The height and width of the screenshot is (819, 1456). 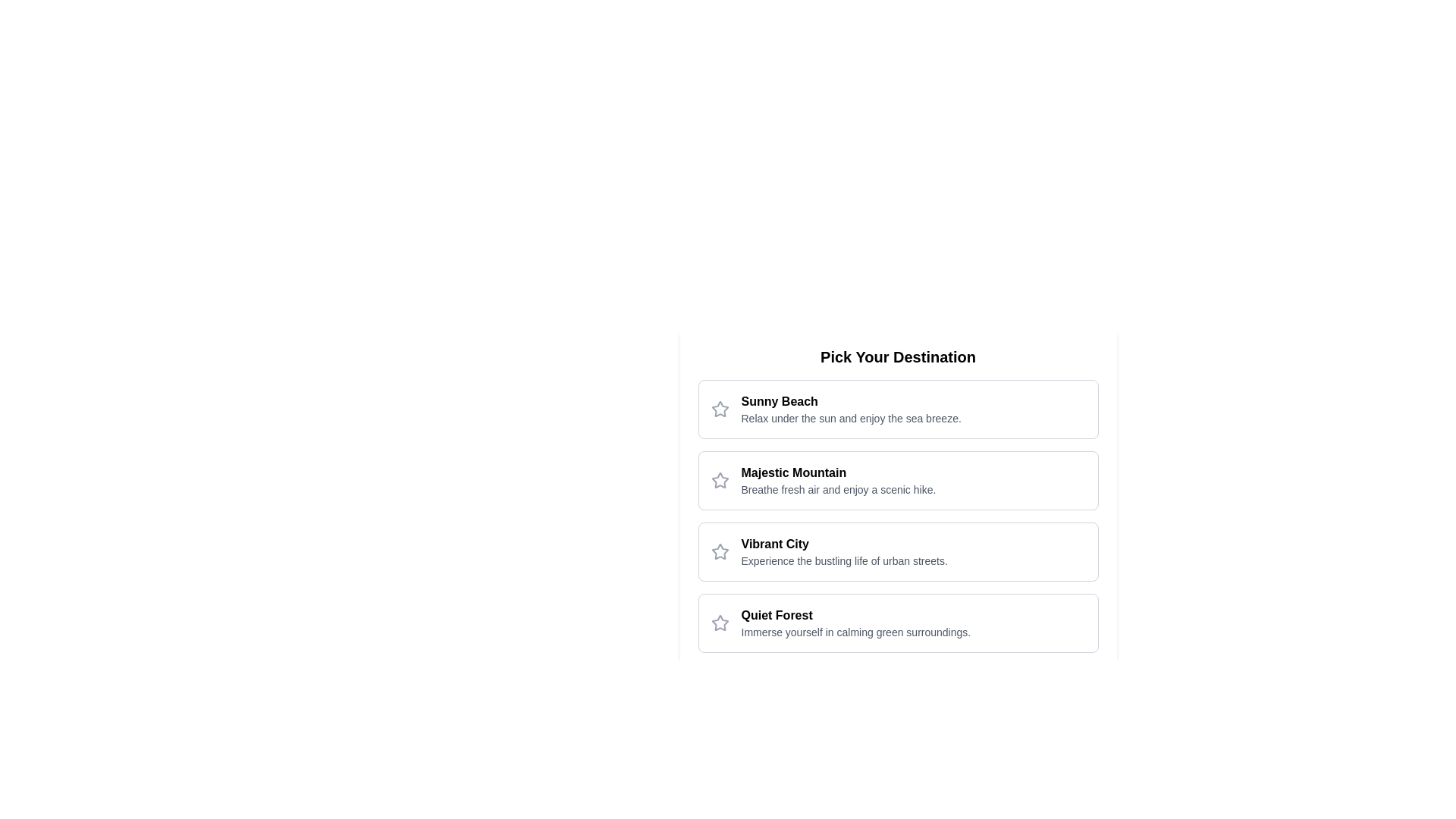 What do you see at coordinates (843, 552) in the screenshot?
I see `the text block that describes the destination option titled 'Vibrant City', which is located in the third selectable card in the vertical list of destinations` at bounding box center [843, 552].